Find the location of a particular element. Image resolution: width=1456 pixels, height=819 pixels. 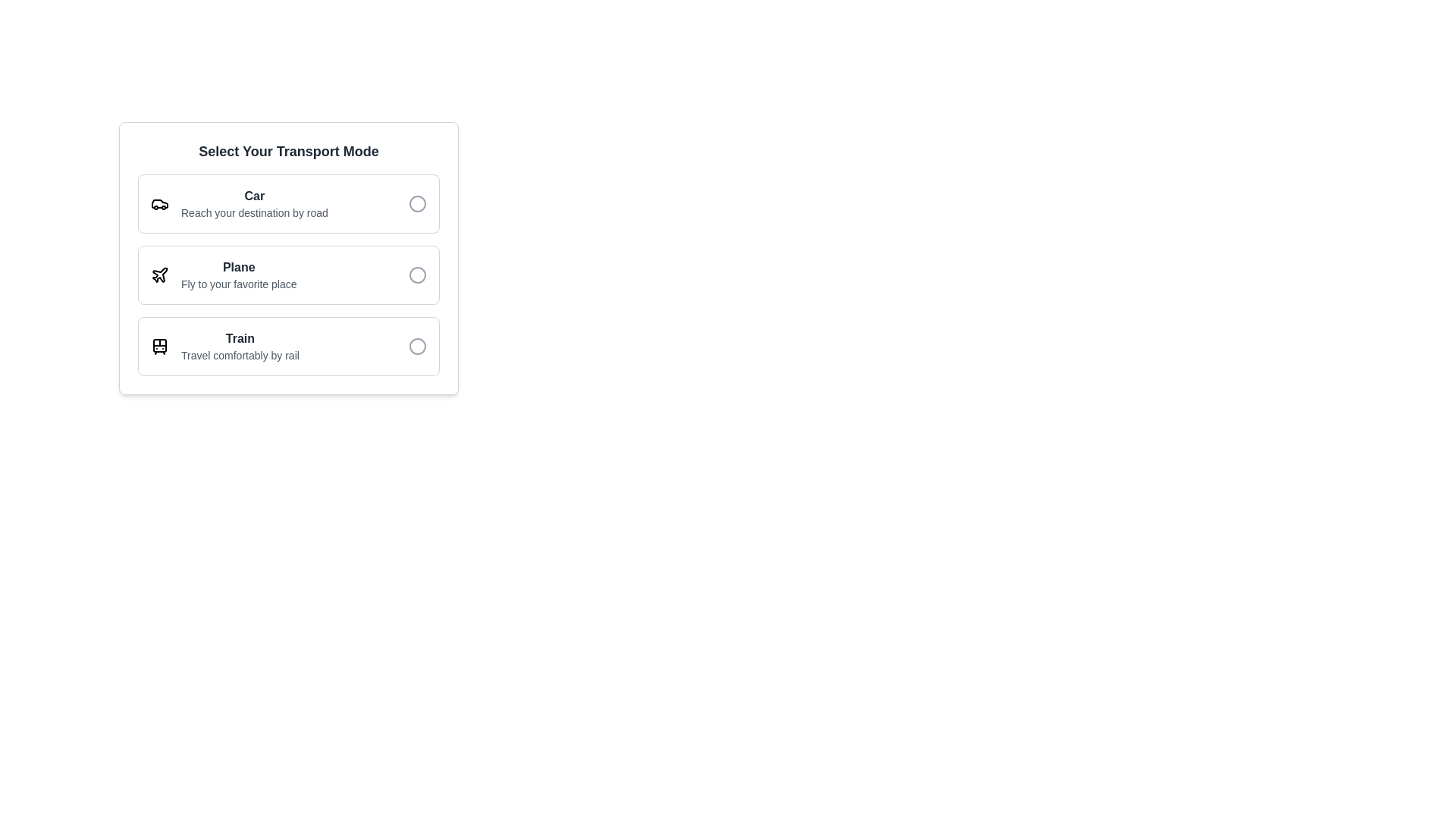

the radio button for the 'Train' option, which is a circular icon with a gray border located in the selectable transport mode list is located at coordinates (418, 346).